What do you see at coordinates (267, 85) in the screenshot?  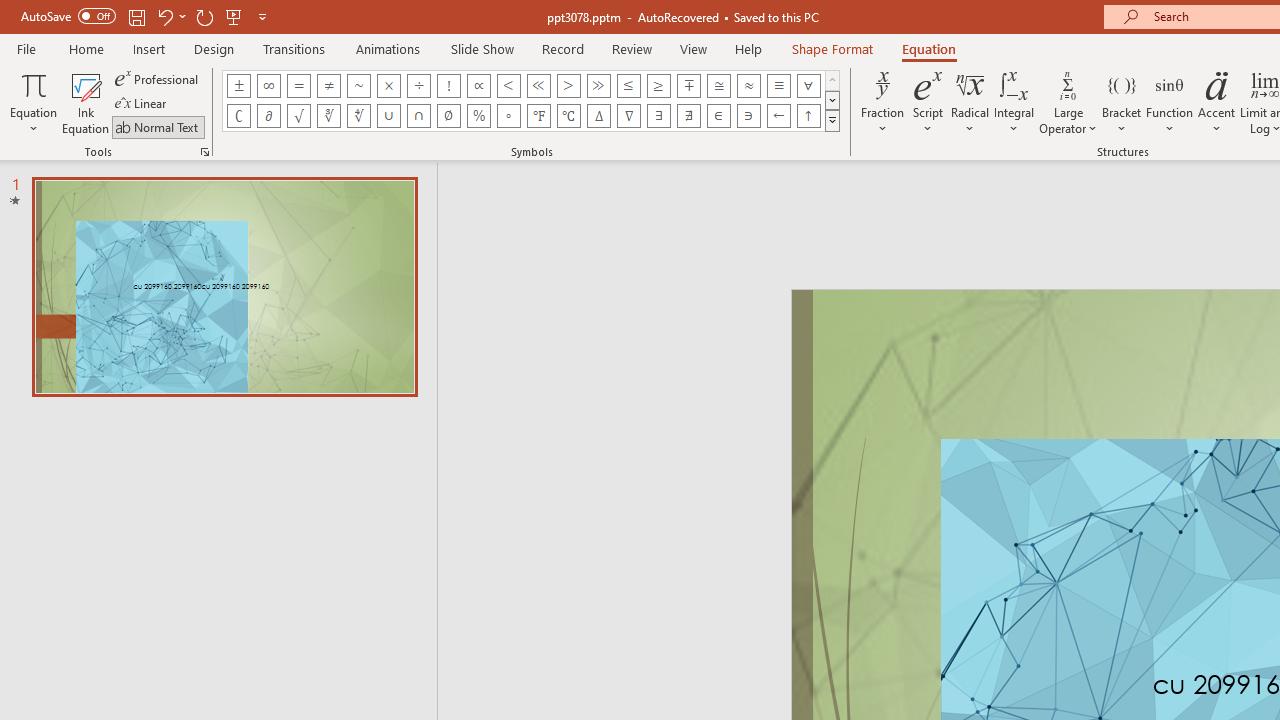 I see `'Equation Symbol Infinity'` at bounding box center [267, 85].